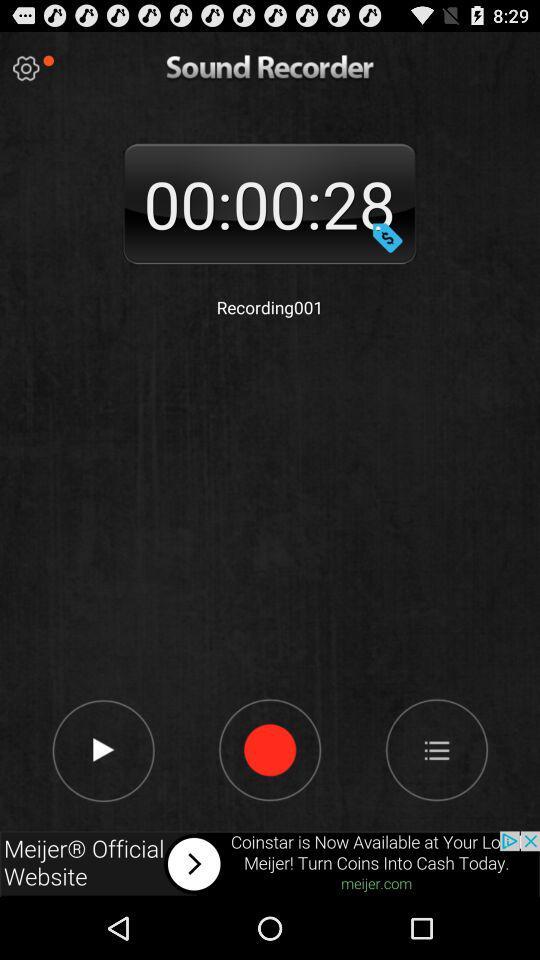  What do you see at coordinates (25, 68) in the screenshot?
I see `setting` at bounding box center [25, 68].